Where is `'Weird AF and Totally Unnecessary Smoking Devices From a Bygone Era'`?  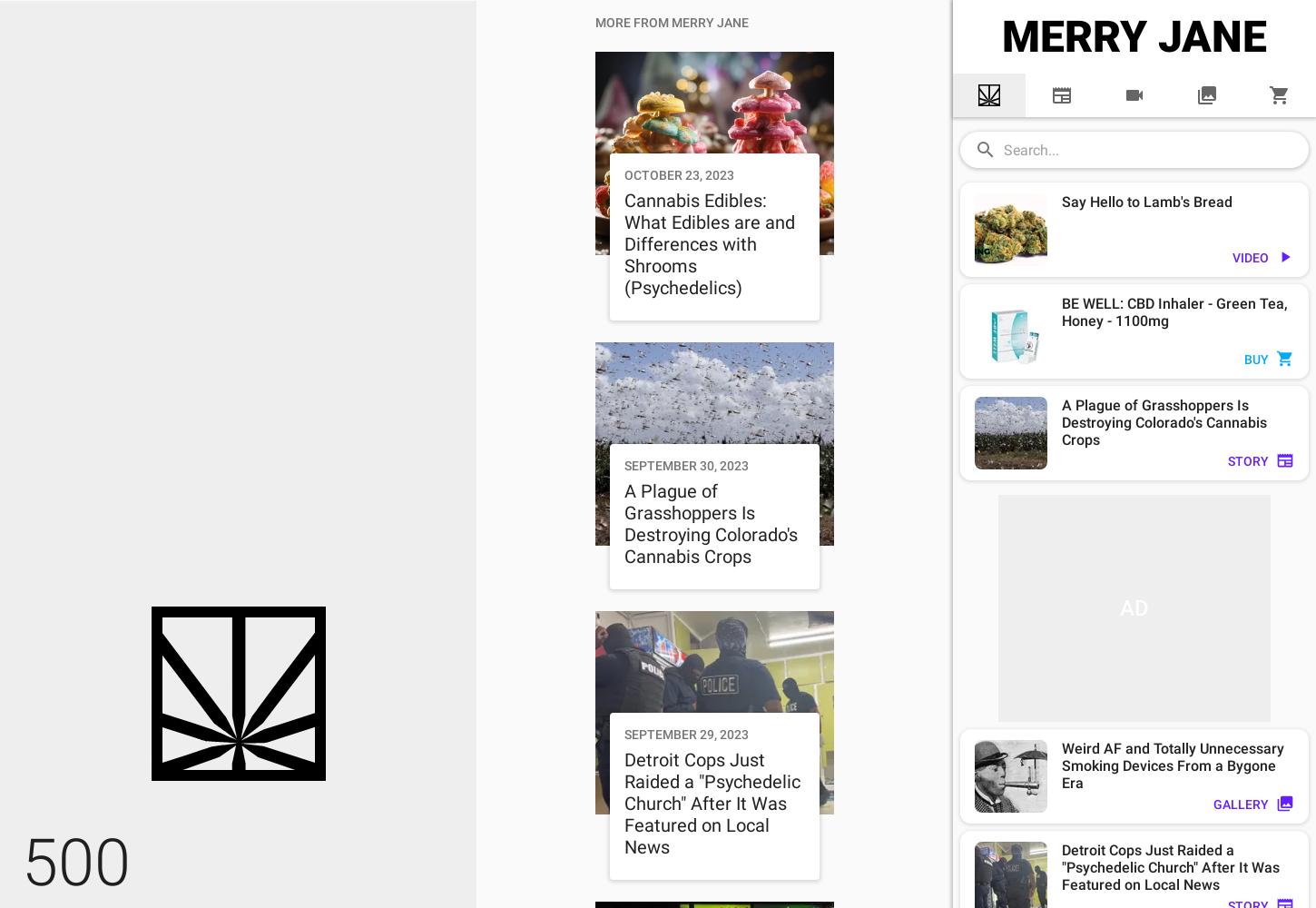 'Weird AF and Totally Unnecessary Smoking Devices From a Bygone Era' is located at coordinates (1174, 765).